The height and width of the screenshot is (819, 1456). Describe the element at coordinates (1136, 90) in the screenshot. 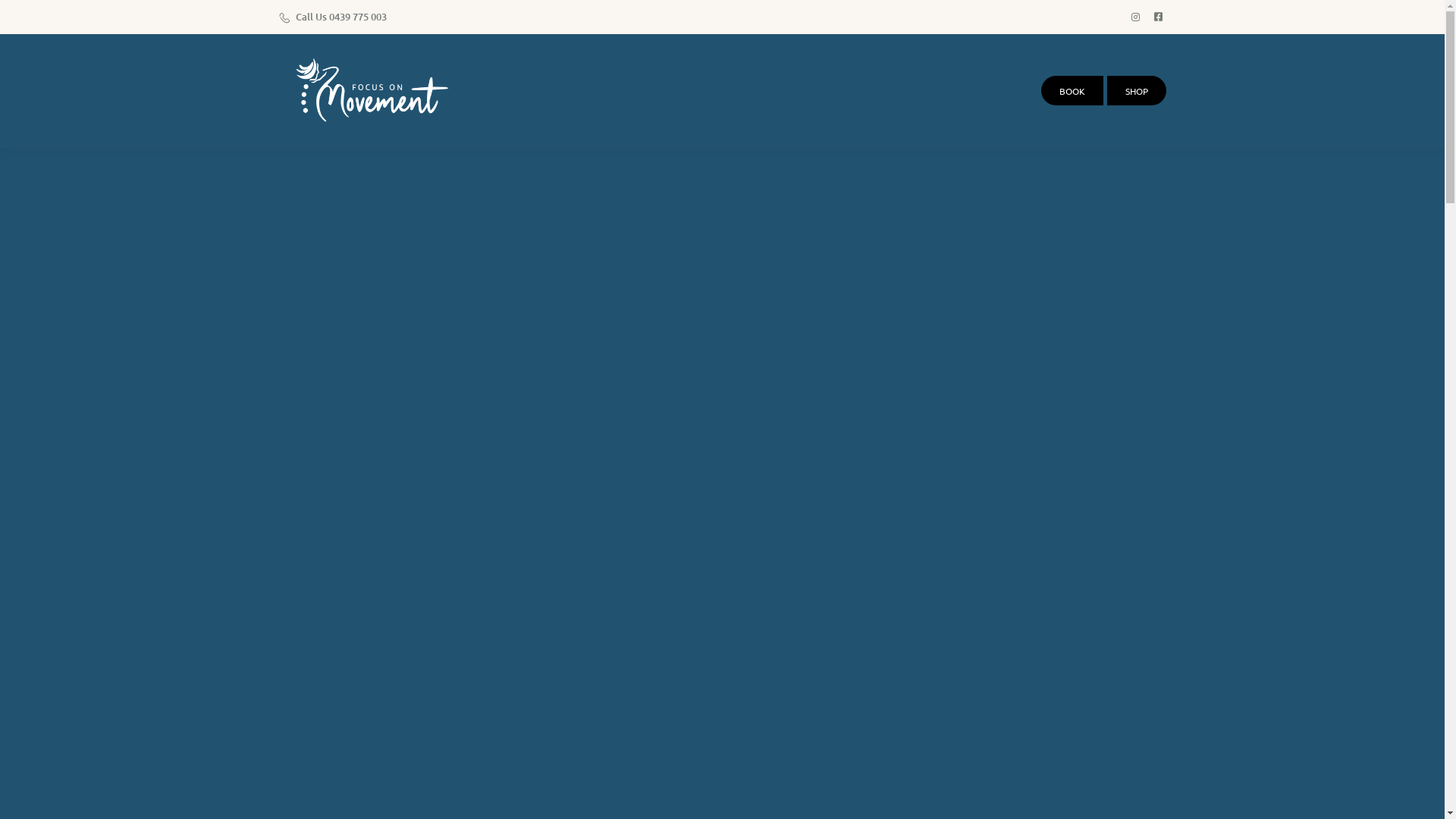

I see `'SHOP'` at that location.